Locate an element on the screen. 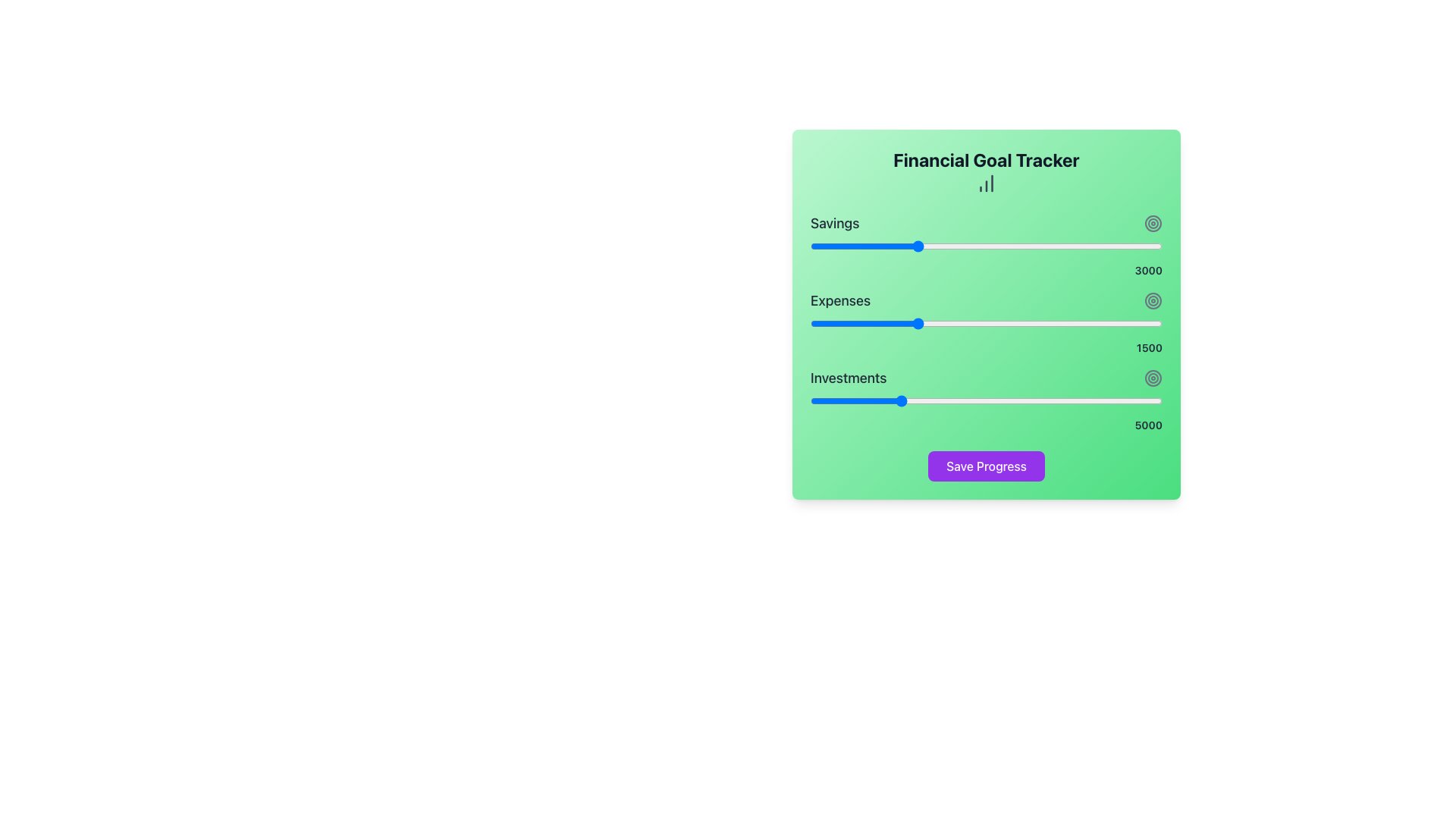  the 'Investments' slider is located at coordinates (1072, 400).